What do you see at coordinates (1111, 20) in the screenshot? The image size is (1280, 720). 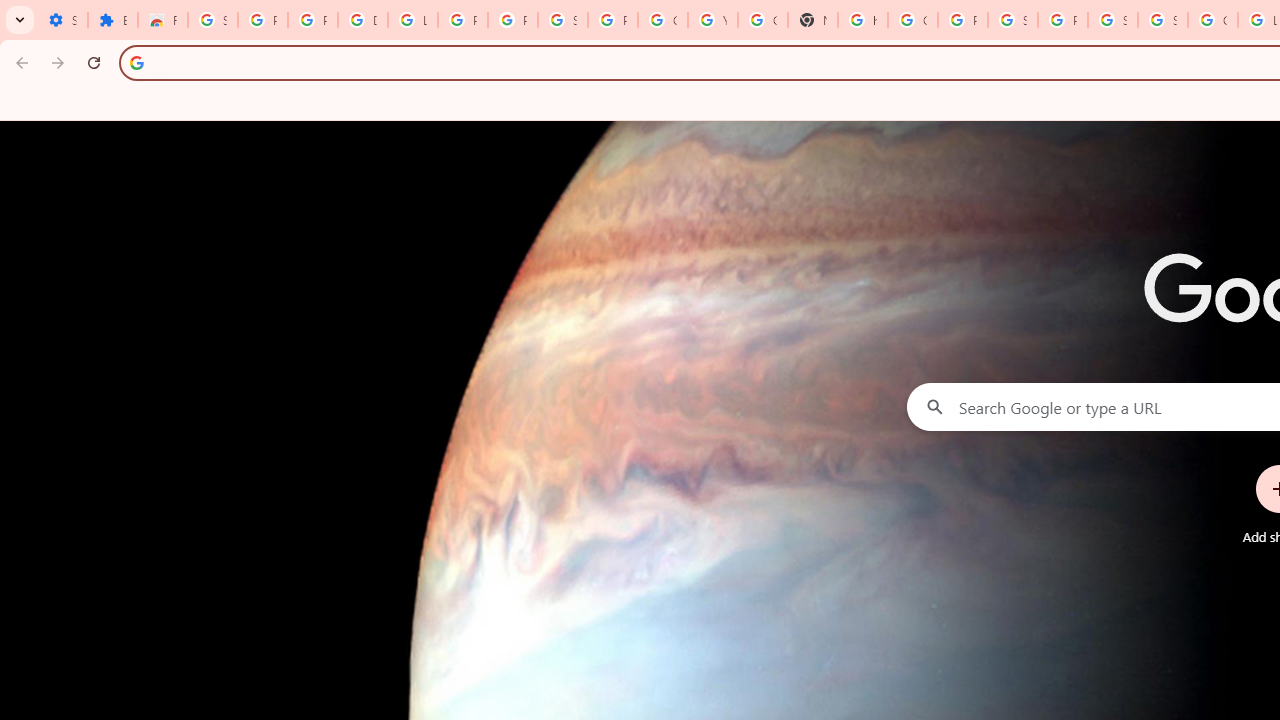 I see `'Sign in - Google Accounts'` at bounding box center [1111, 20].